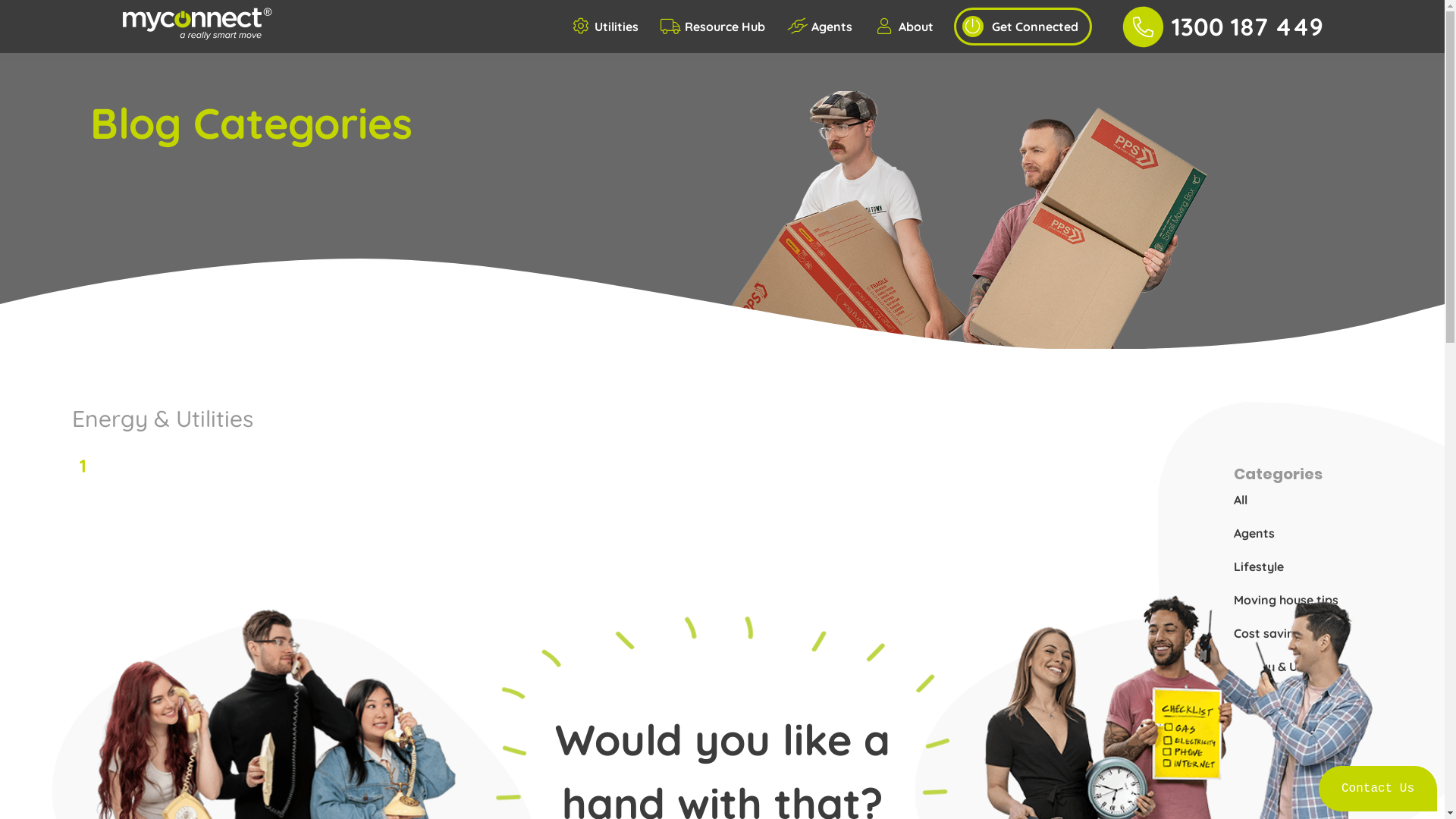  Describe the element at coordinates (82, 464) in the screenshot. I see `'1'` at that location.